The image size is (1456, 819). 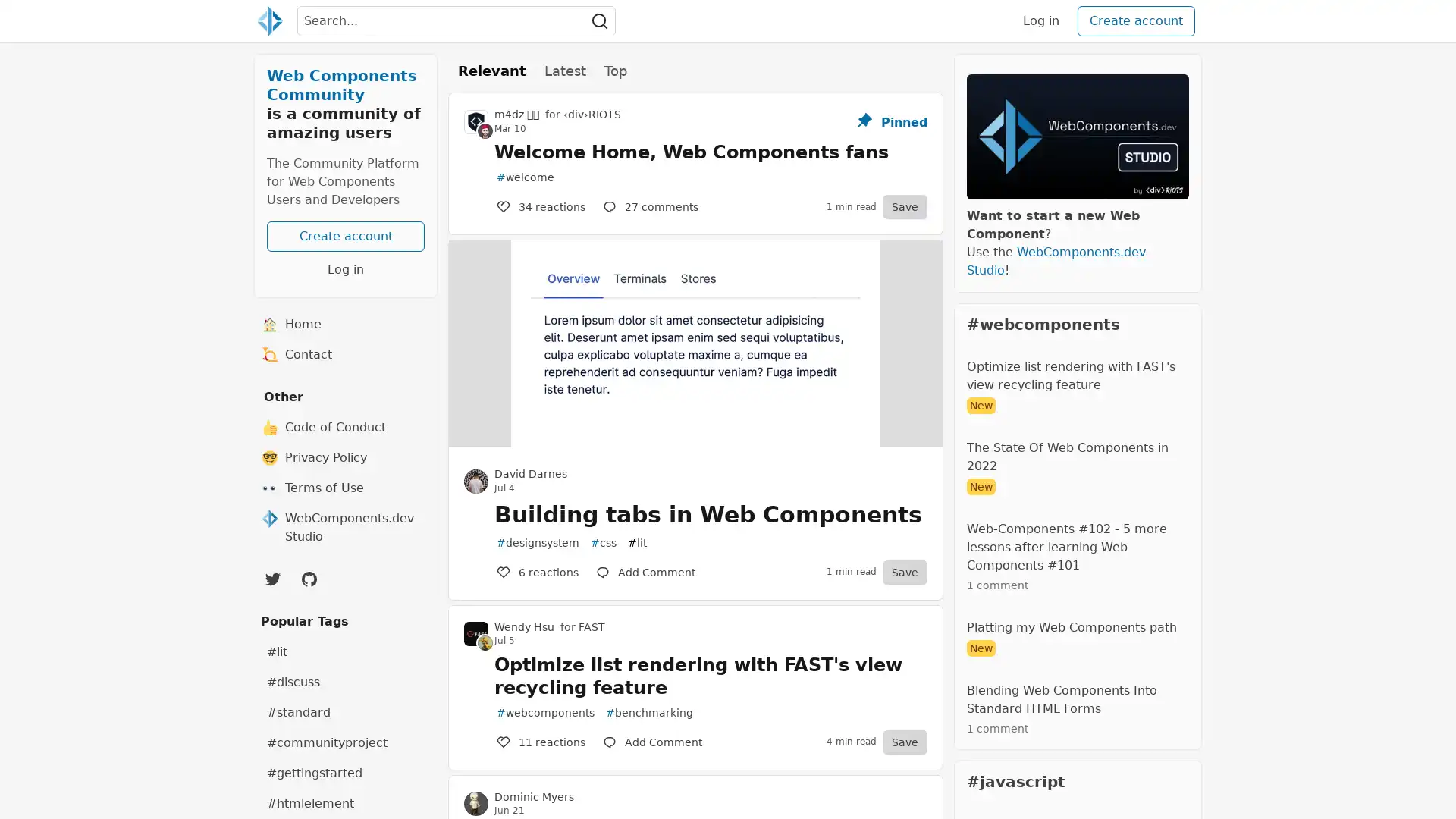 I want to click on Search, so click(x=599, y=20).